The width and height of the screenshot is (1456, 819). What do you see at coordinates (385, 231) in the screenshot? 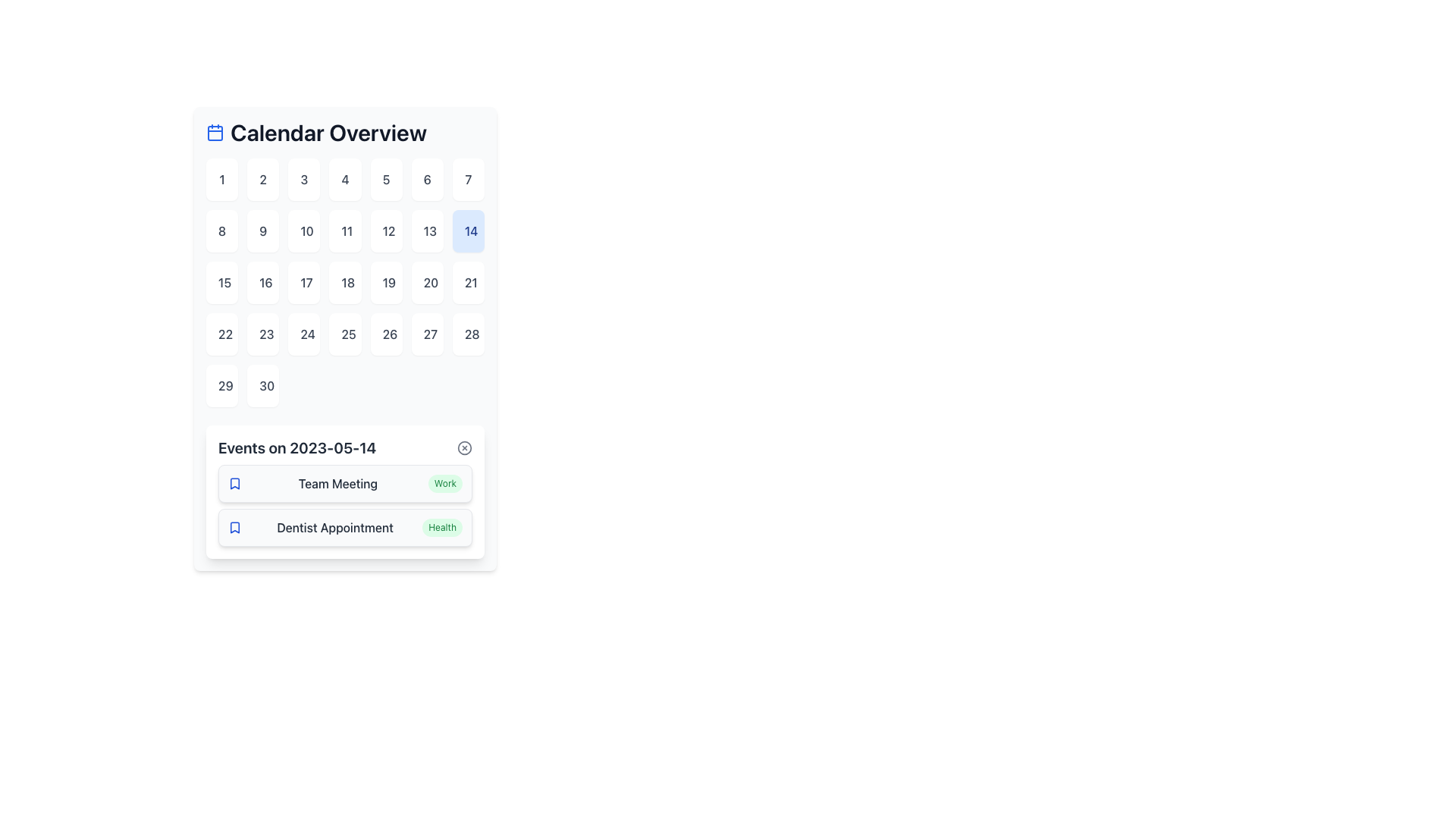
I see `the button representing the 12th day in the calendar view` at bounding box center [385, 231].